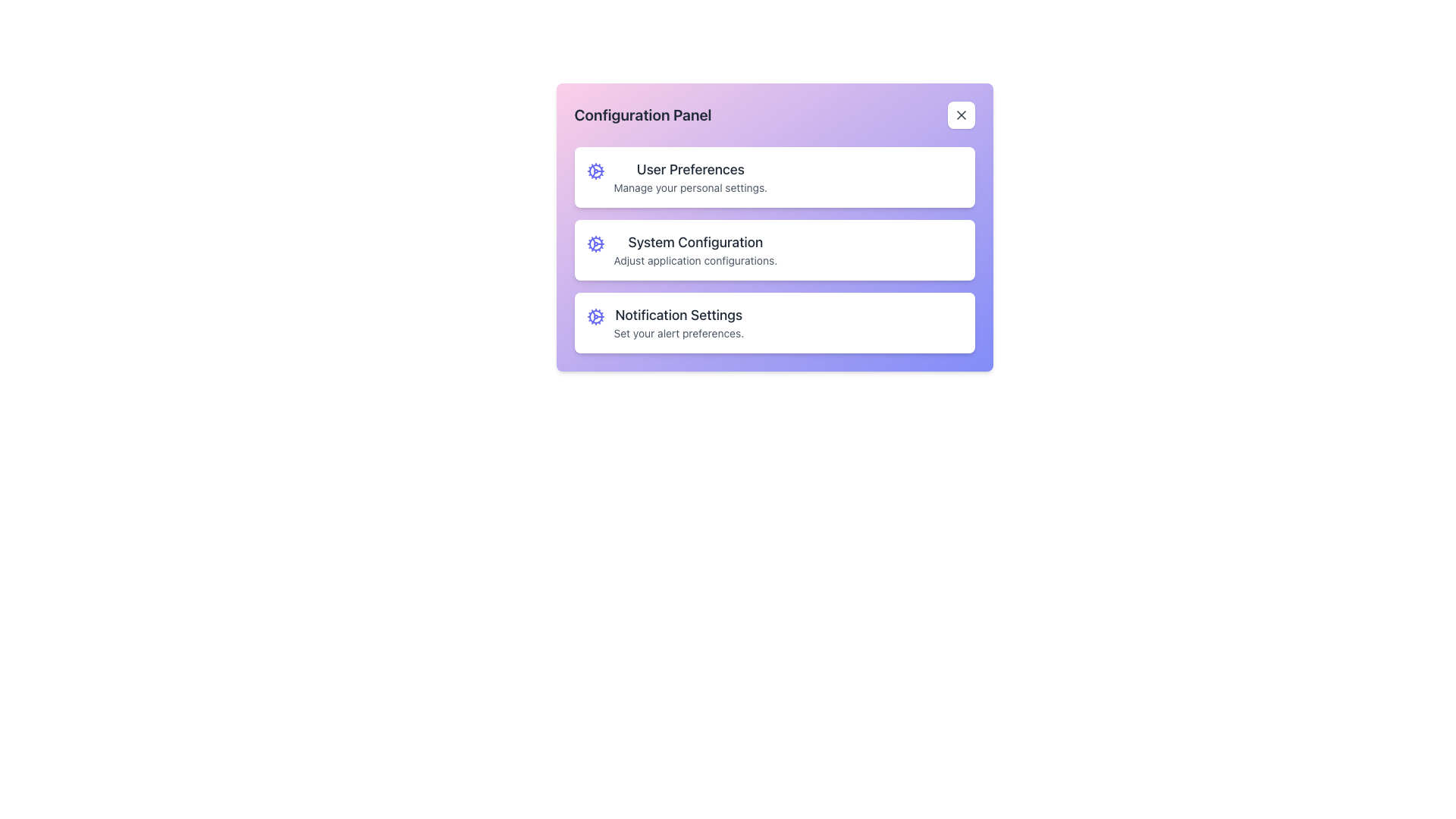 The width and height of the screenshot is (1456, 819). Describe the element at coordinates (678, 332) in the screenshot. I see `the text element displaying 'Set your alert preferences.' located below the 'Notification Settings' heading, which is styled in a small gray font` at that location.